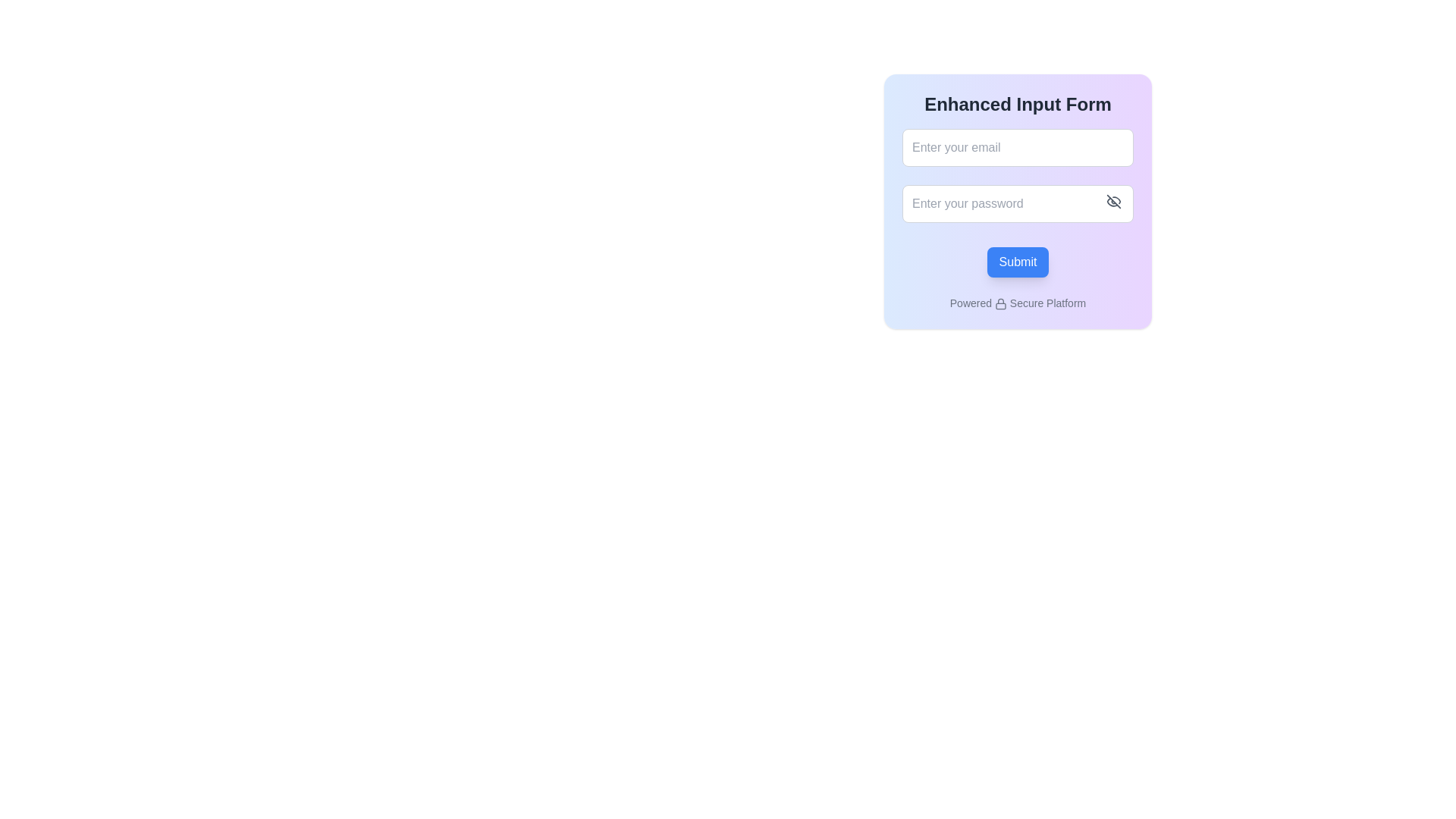 This screenshot has width=1456, height=819. What do you see at coordinates (1018, 262) in the screenshot?
I see `the submission button located within the 'Enhanced Input Form'` at bounding box center [1018, 262].